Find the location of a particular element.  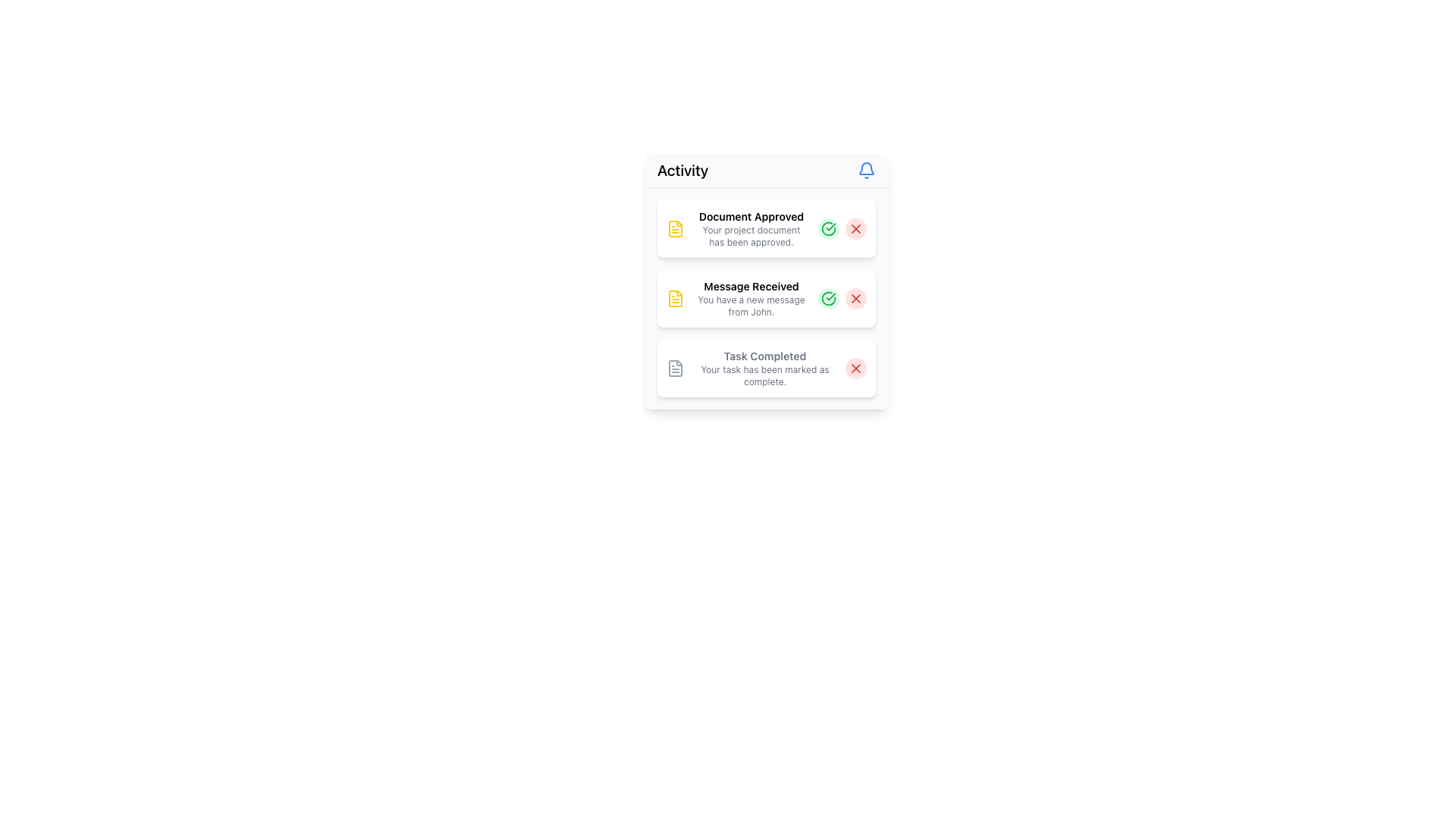

the document icon with a folded corner located in the third notification item under the 'Activity' section is located at coordinates (675, 369).